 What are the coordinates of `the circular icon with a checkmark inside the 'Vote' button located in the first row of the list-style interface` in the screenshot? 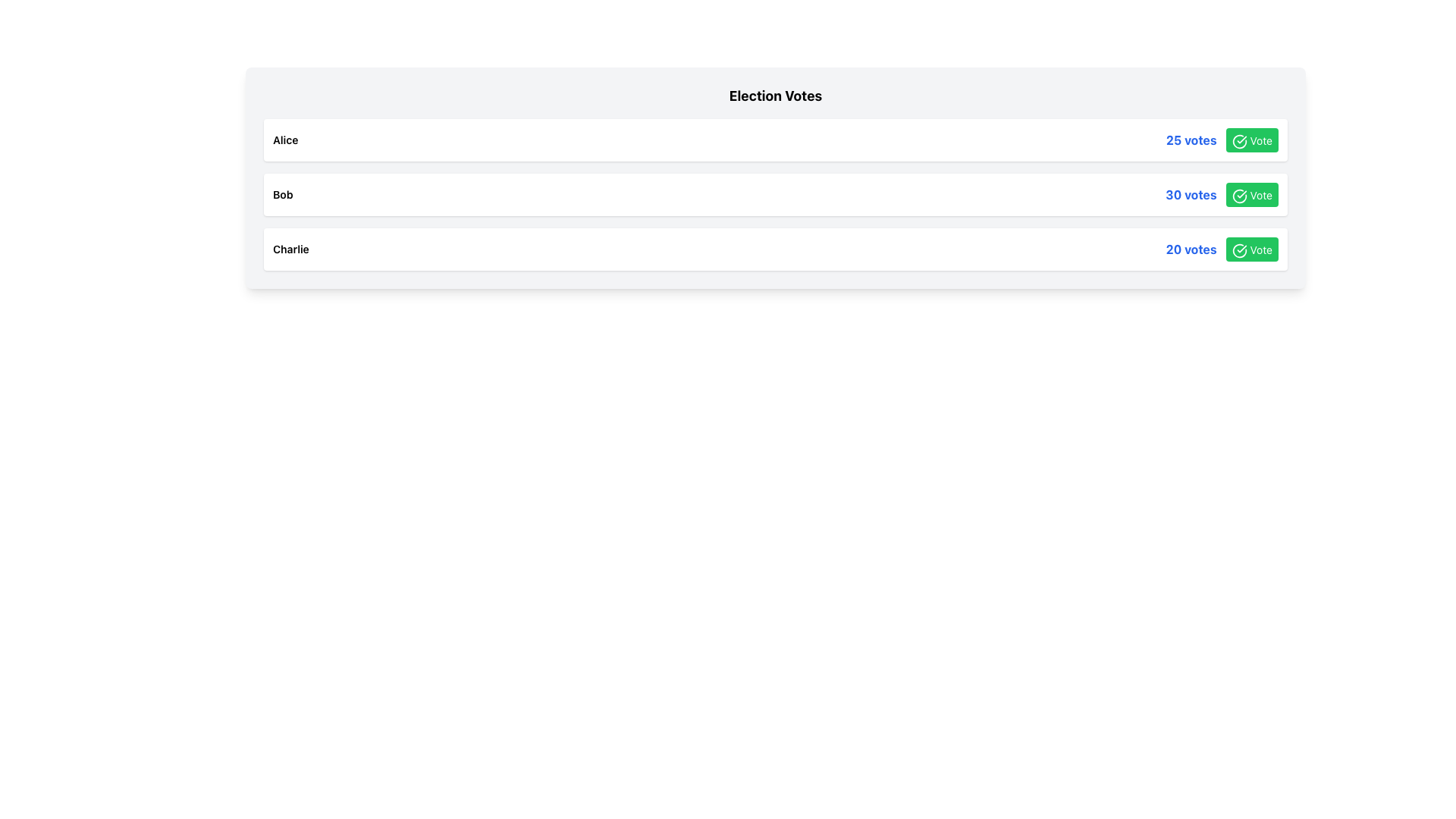 It's located at (1239, 141).